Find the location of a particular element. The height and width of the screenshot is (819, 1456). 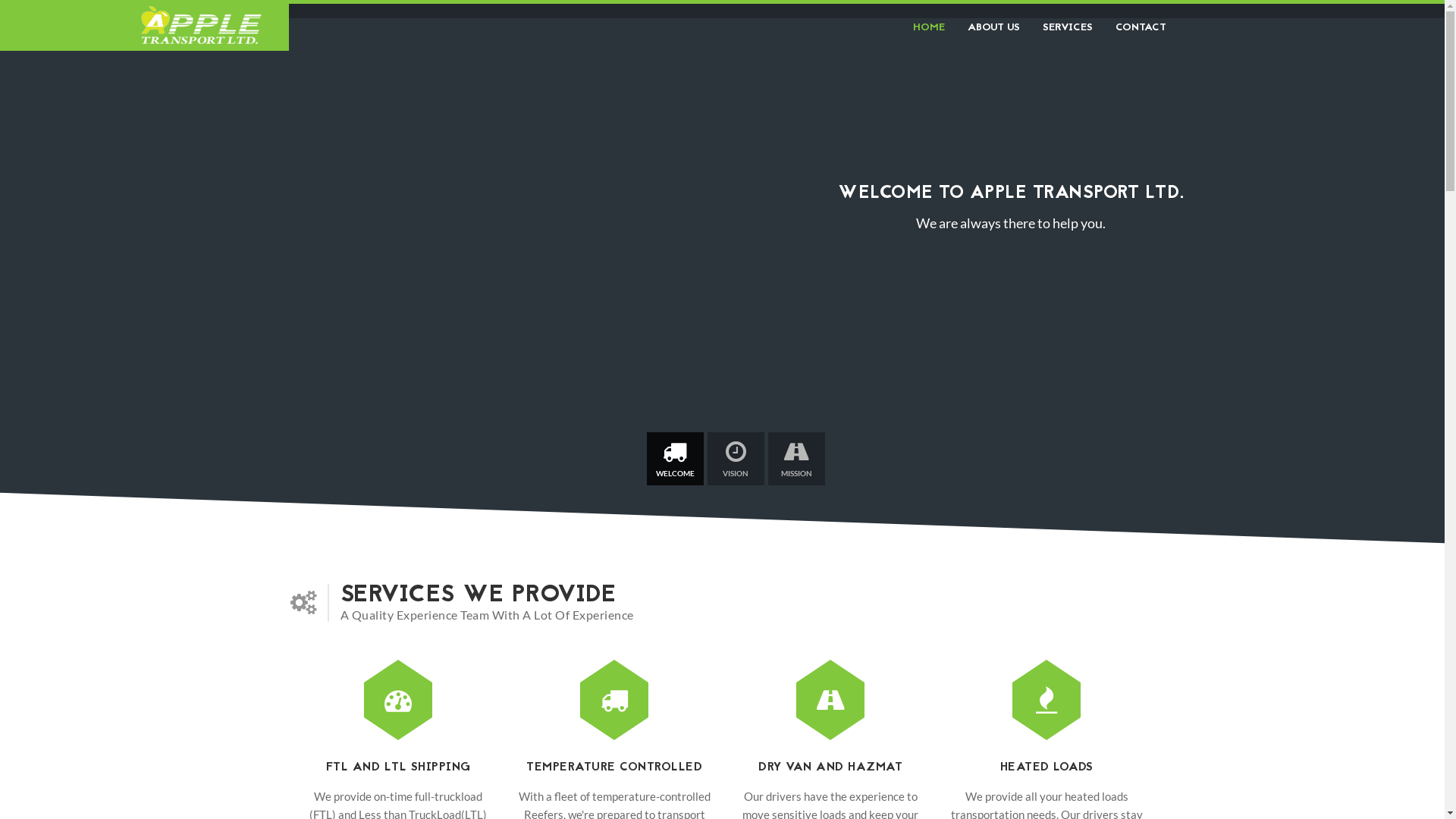

'SERVICES' is located at coordinates (1066, 27).